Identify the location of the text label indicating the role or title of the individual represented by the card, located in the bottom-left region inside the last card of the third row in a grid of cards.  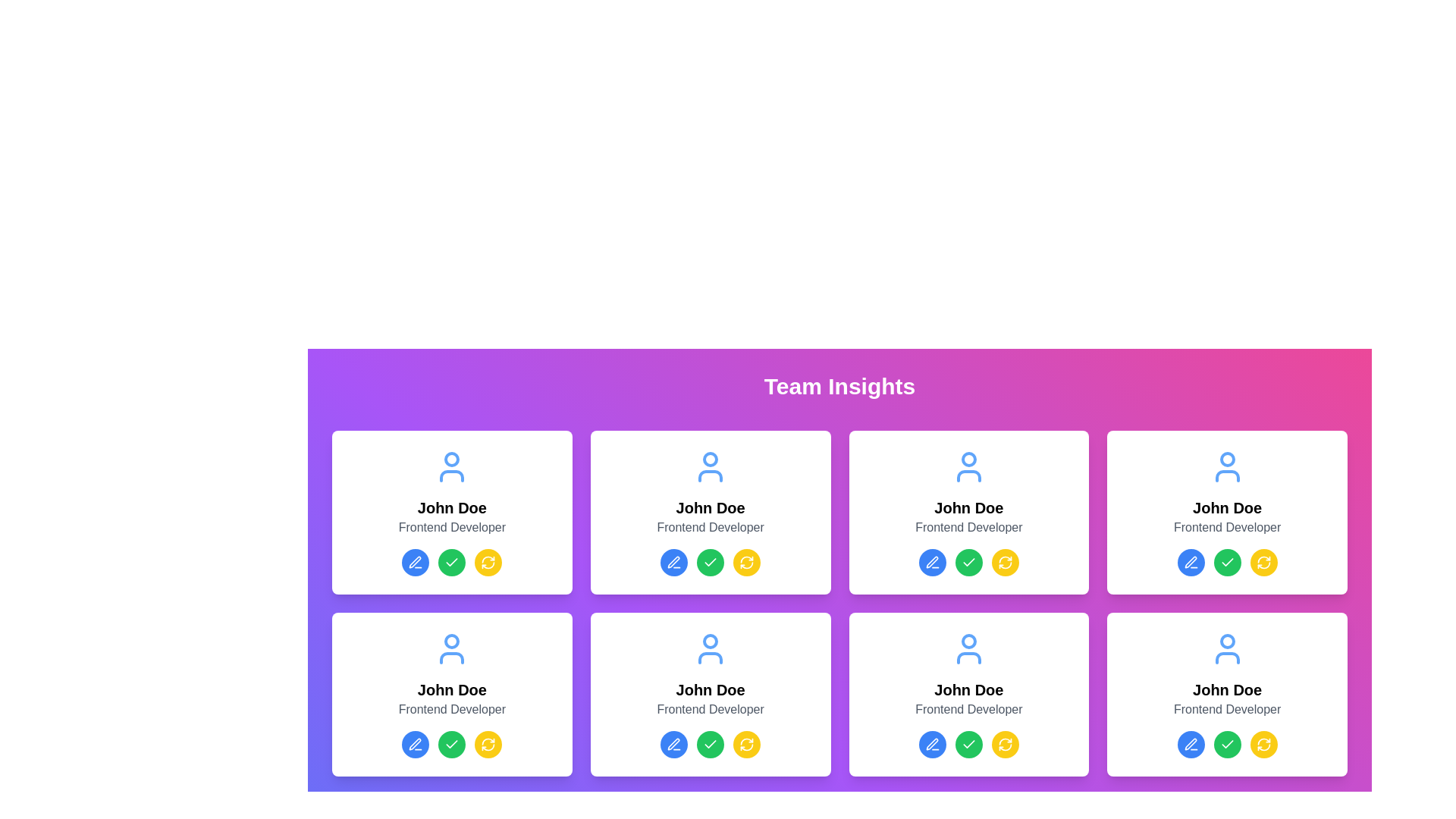
(968, 710).